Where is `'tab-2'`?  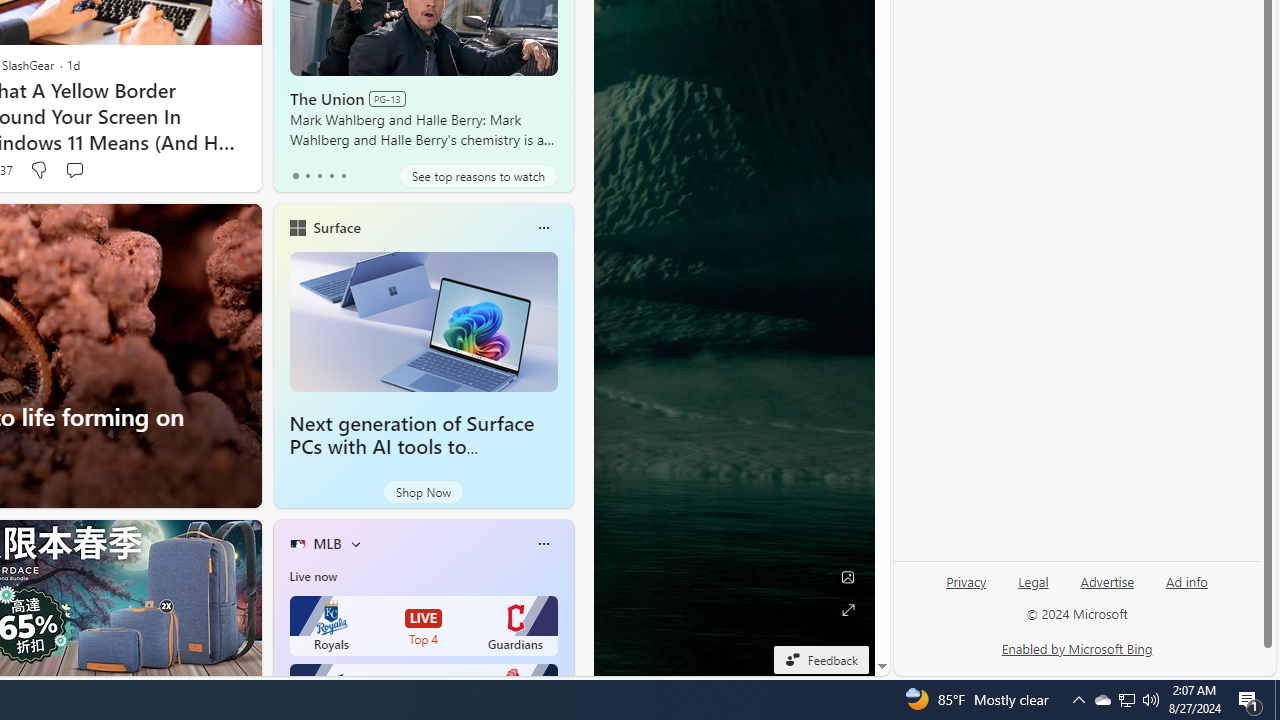 'tab-2' is located at coordinates (320, 175).